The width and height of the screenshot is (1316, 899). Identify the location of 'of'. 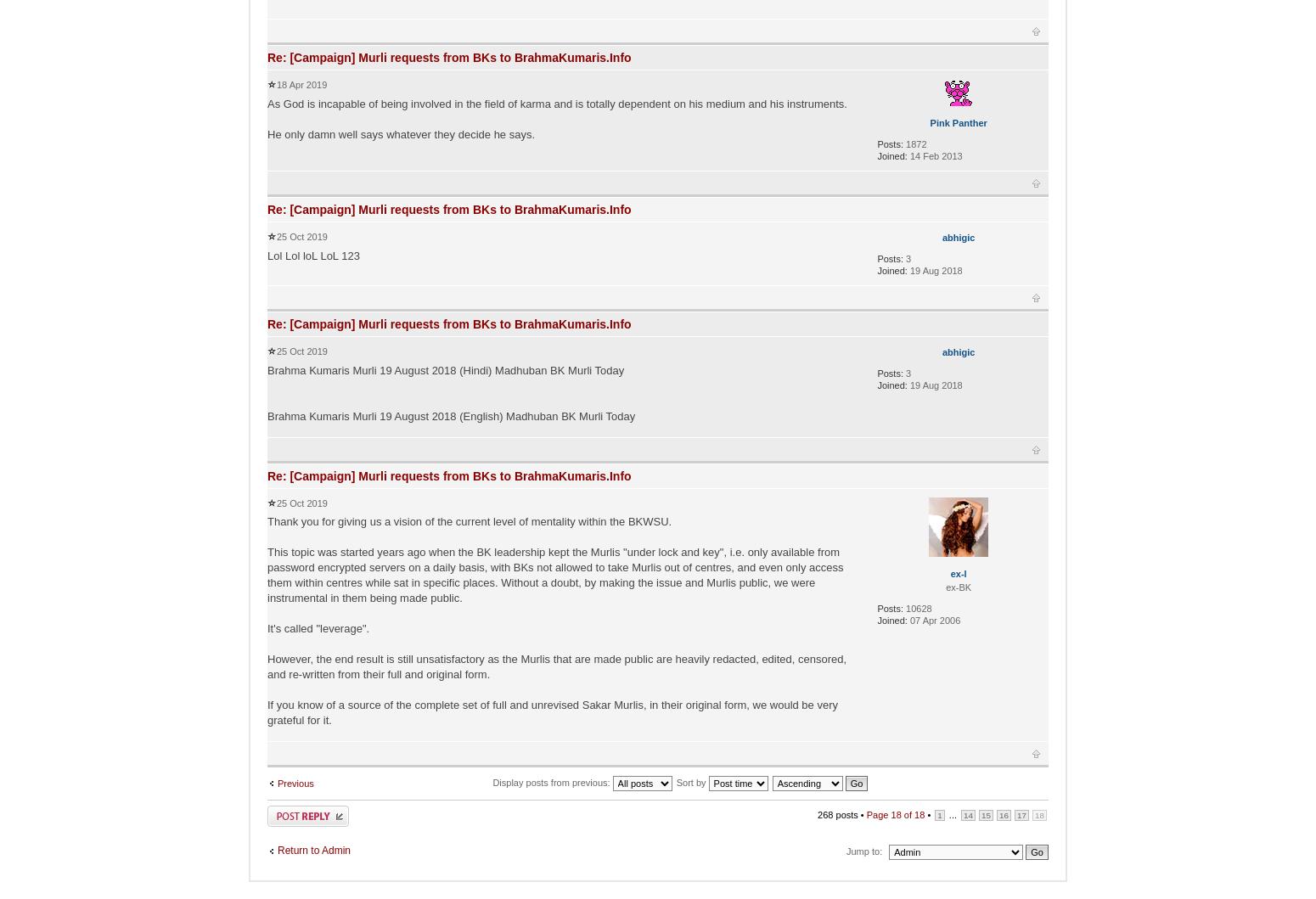
(908, 813).